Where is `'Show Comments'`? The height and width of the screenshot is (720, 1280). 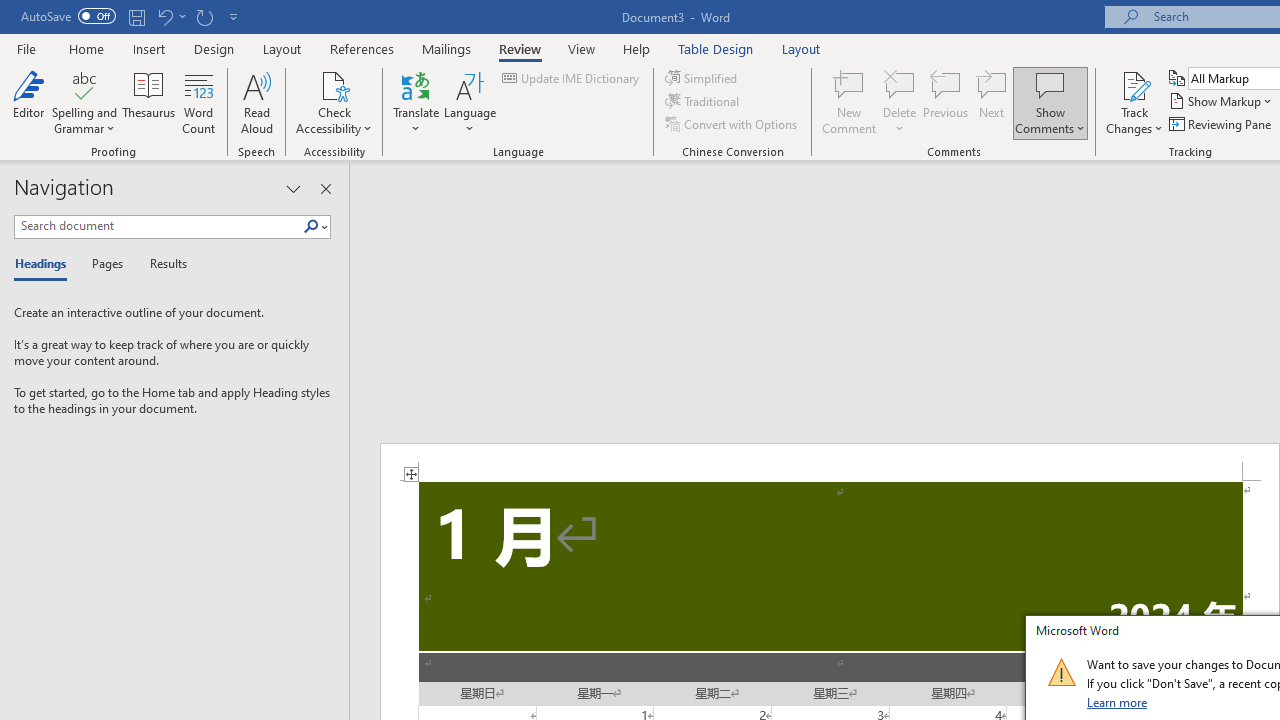
'Show Comments' is located at coordinates (1049, 84).